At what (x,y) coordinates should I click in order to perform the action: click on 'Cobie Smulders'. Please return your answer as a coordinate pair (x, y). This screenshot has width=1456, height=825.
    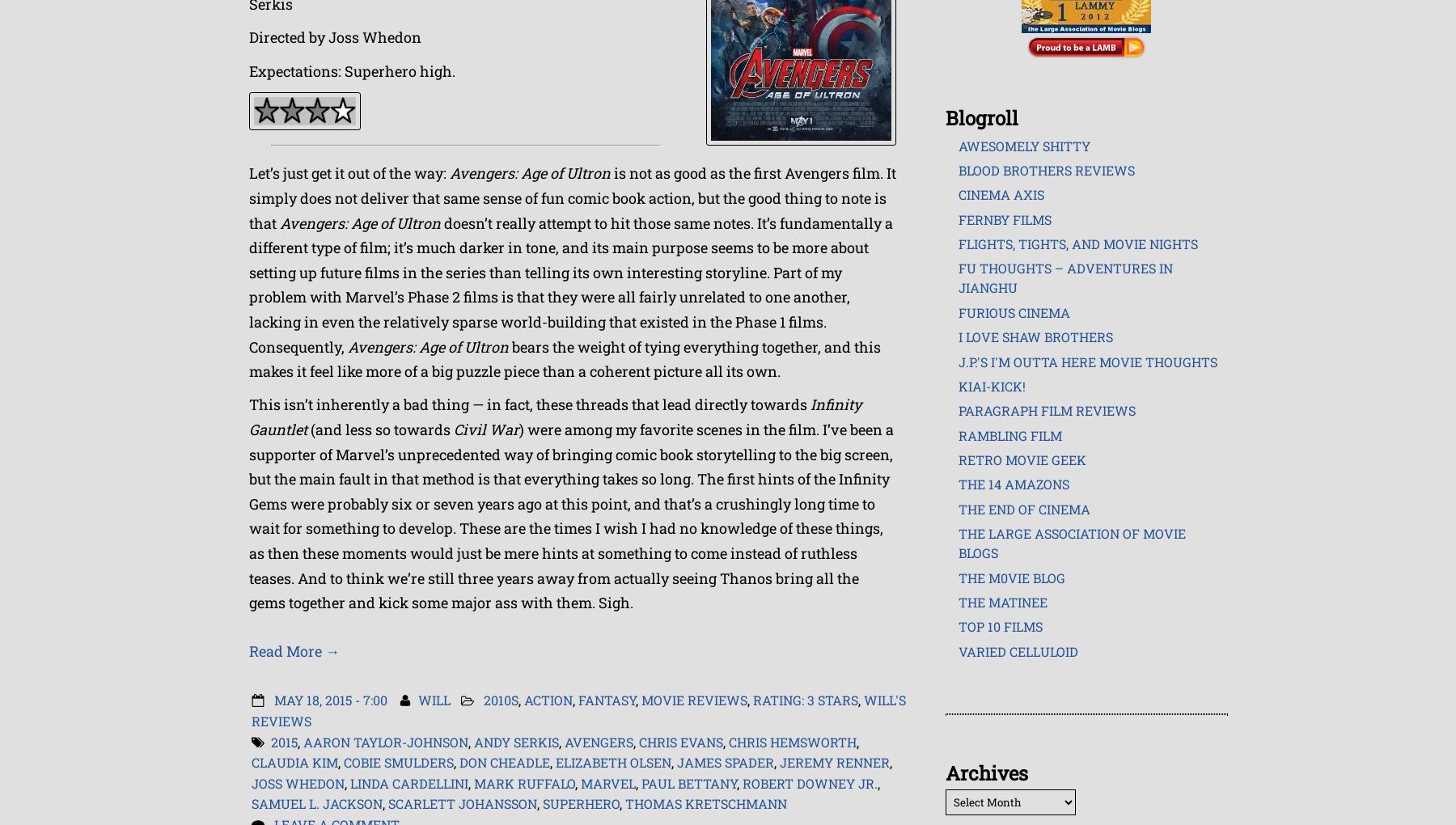
    Looking at the image, I should click on (398, 761).